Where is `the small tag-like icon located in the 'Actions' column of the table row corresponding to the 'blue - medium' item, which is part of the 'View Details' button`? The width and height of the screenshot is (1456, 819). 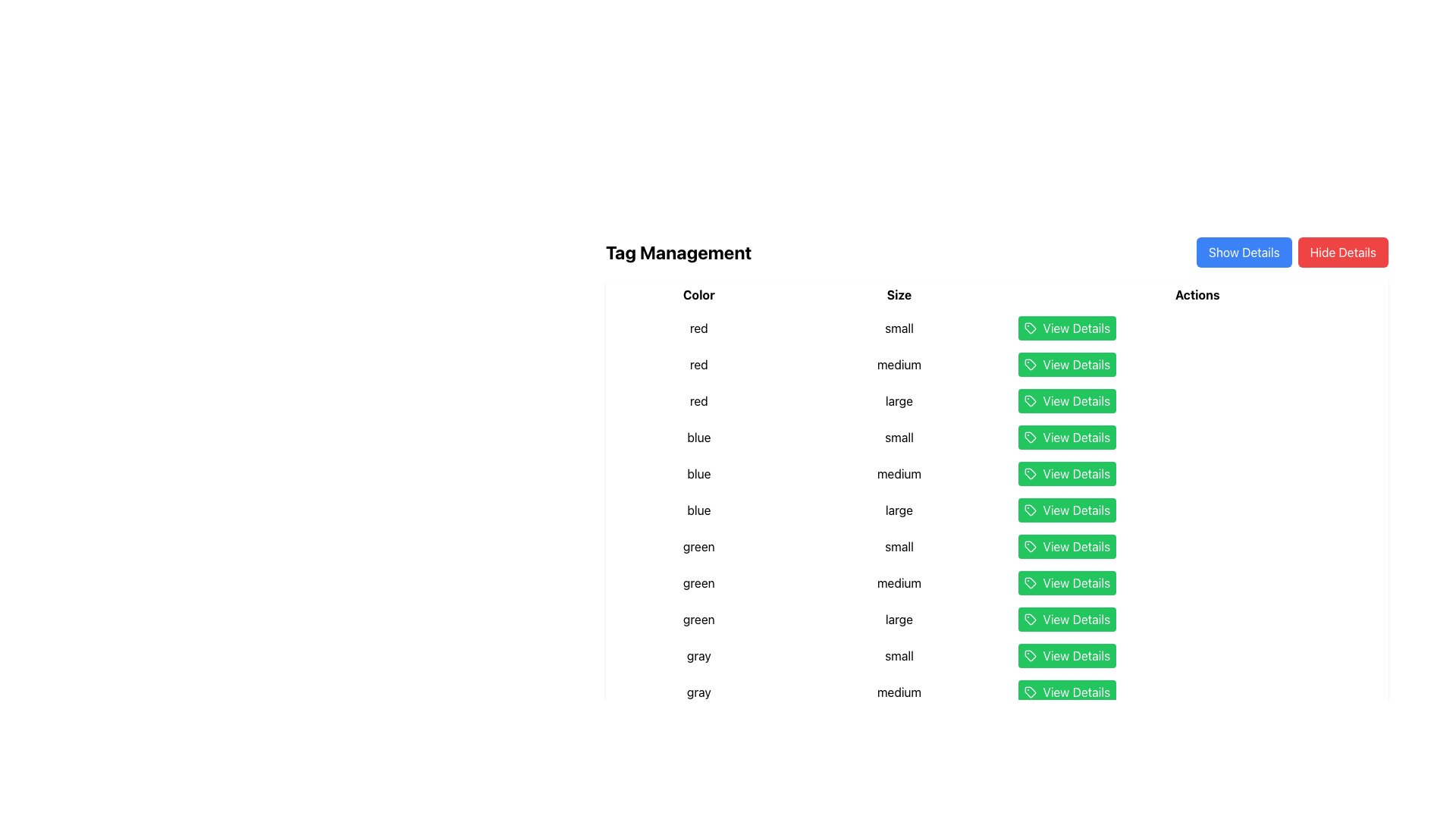
the small tag-like icon located in the 'Actions' column of the table row corresponding to the 'blue - medium' item, which is part of the 'View Details' button is located at coordinates (1031, 472).